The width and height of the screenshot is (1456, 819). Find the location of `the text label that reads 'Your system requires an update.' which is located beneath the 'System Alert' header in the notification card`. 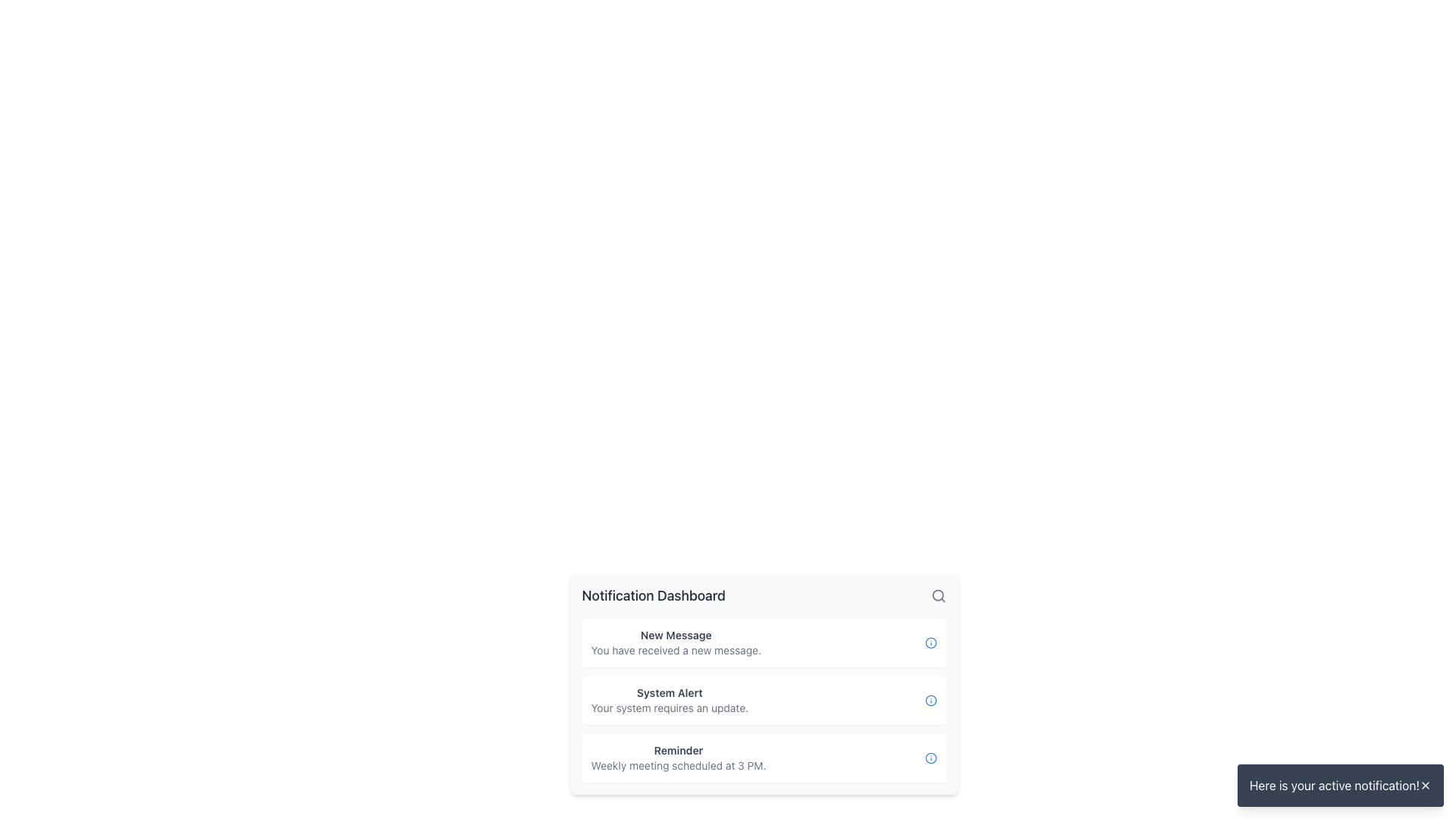

the text label that reads 'Your system requires an update.' which is located beneath the 'System Alert' header in the notification card is located at coordinates (669, 708).